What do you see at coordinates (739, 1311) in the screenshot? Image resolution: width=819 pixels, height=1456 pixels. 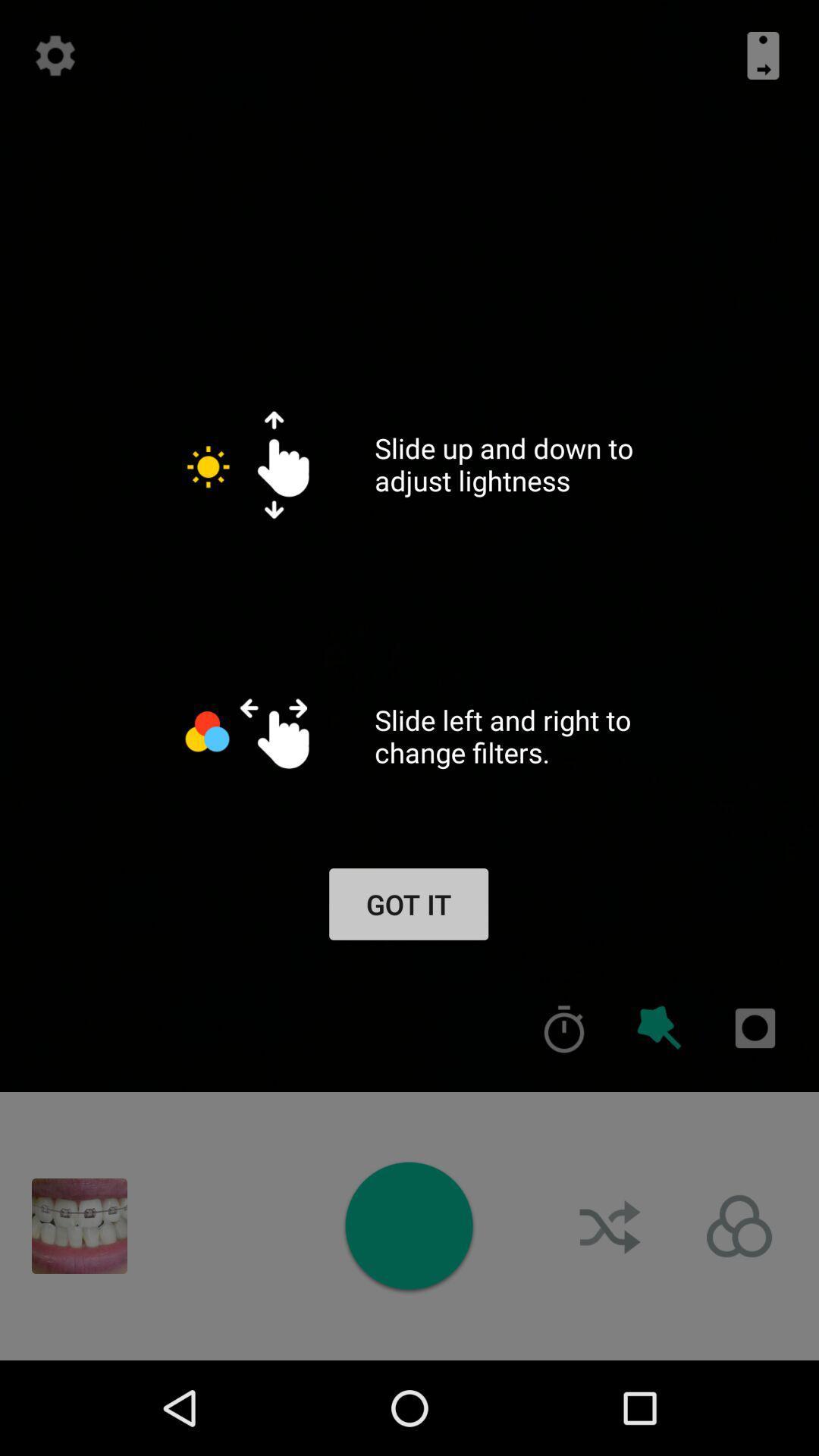 I see `the avatar icon` at bounding box center [739, 1311].